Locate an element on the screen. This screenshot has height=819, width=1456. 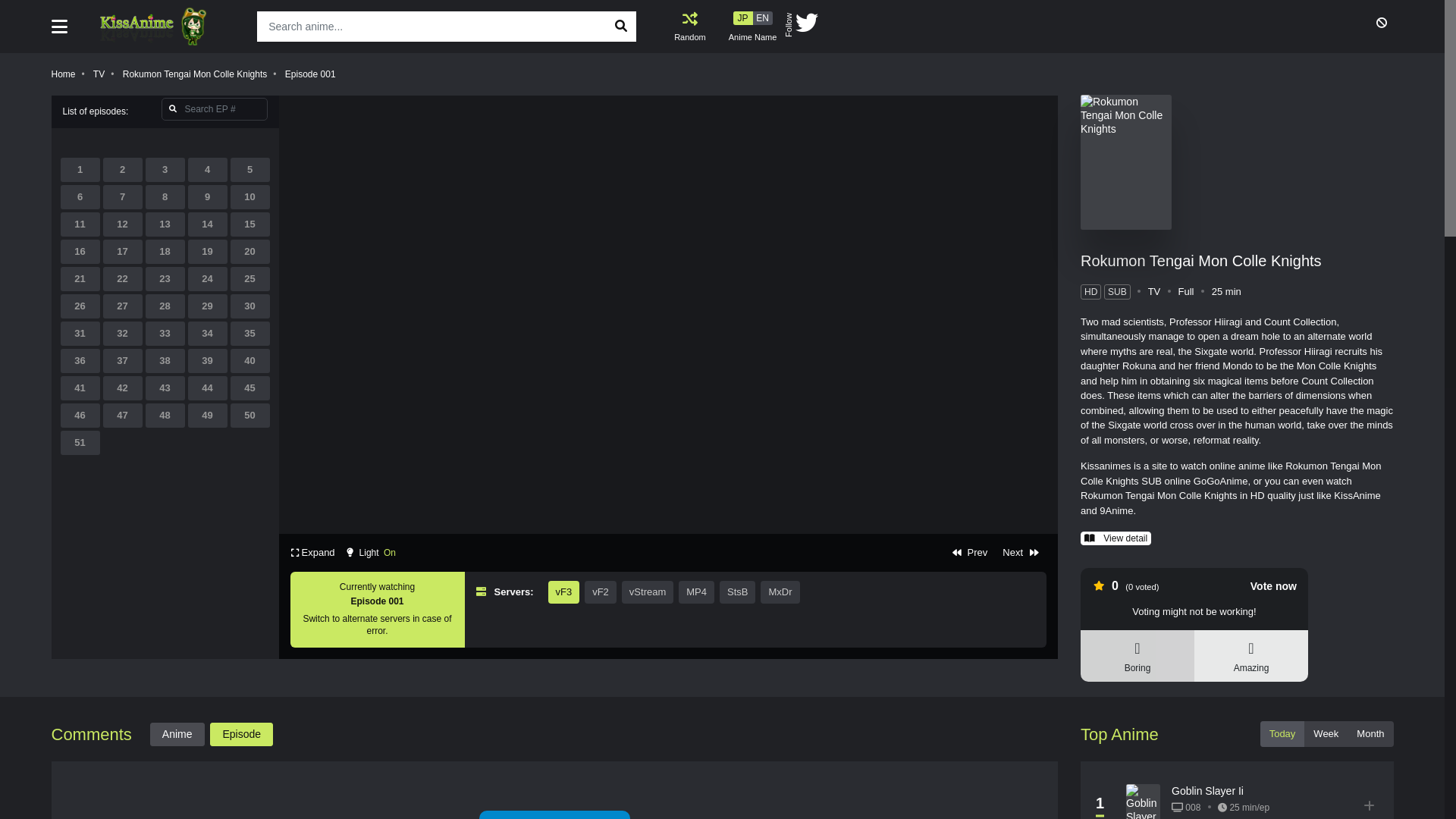
'34' is located at coordinates (206, 332).